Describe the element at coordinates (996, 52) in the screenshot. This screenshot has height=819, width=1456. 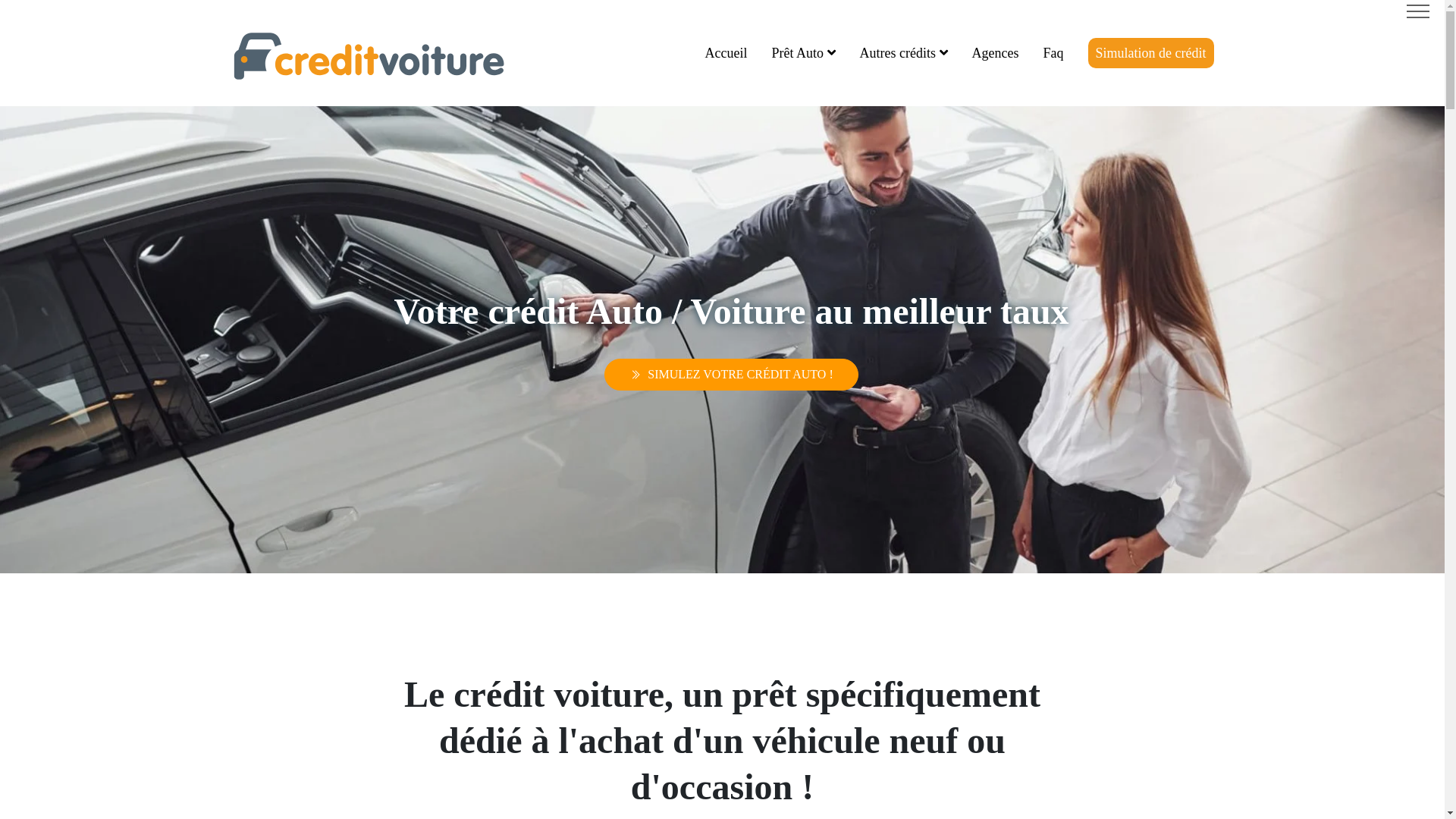
I see `'Agences'` at that location.